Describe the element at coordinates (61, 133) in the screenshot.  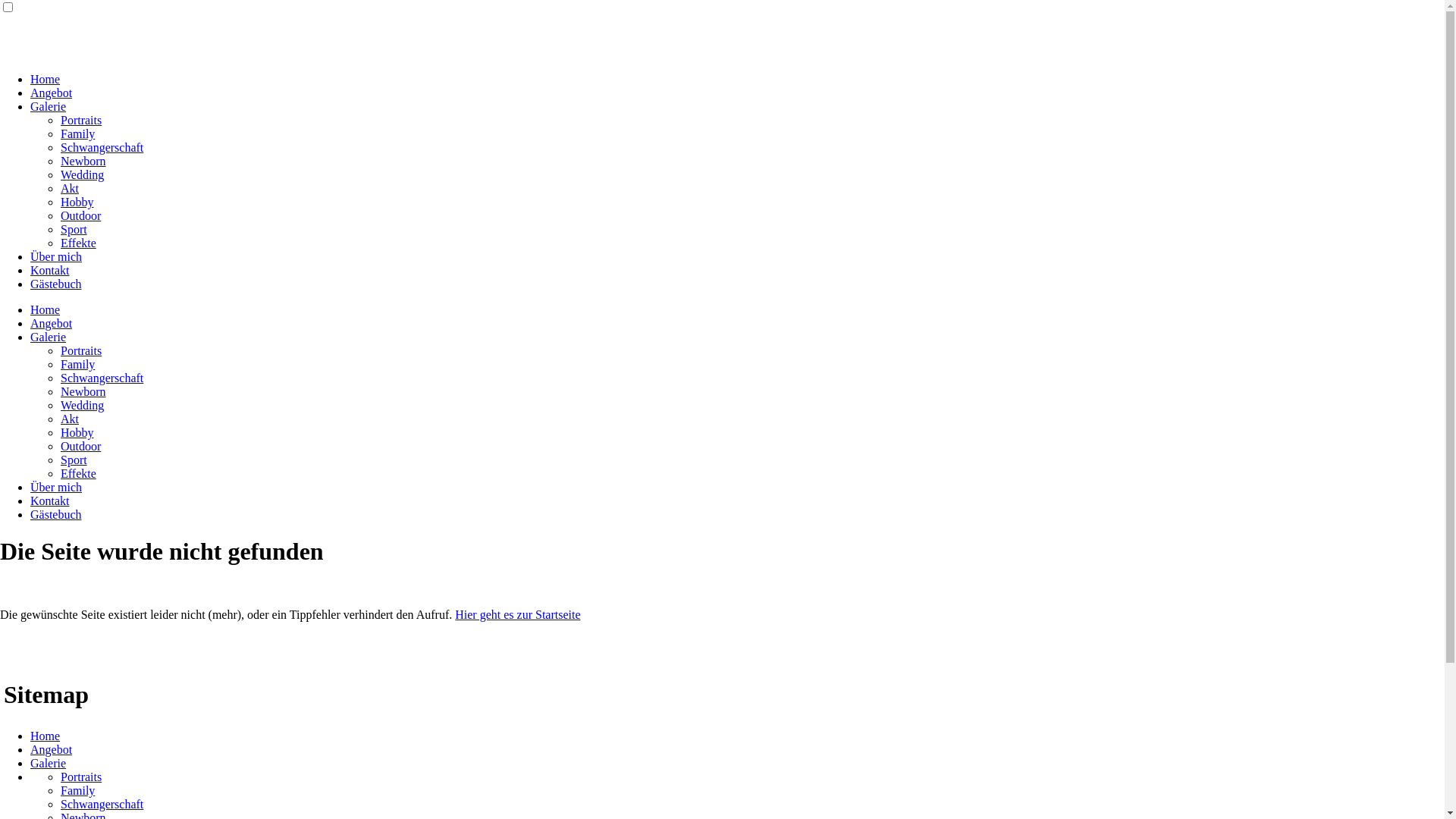
I see `'Family'` at that location.